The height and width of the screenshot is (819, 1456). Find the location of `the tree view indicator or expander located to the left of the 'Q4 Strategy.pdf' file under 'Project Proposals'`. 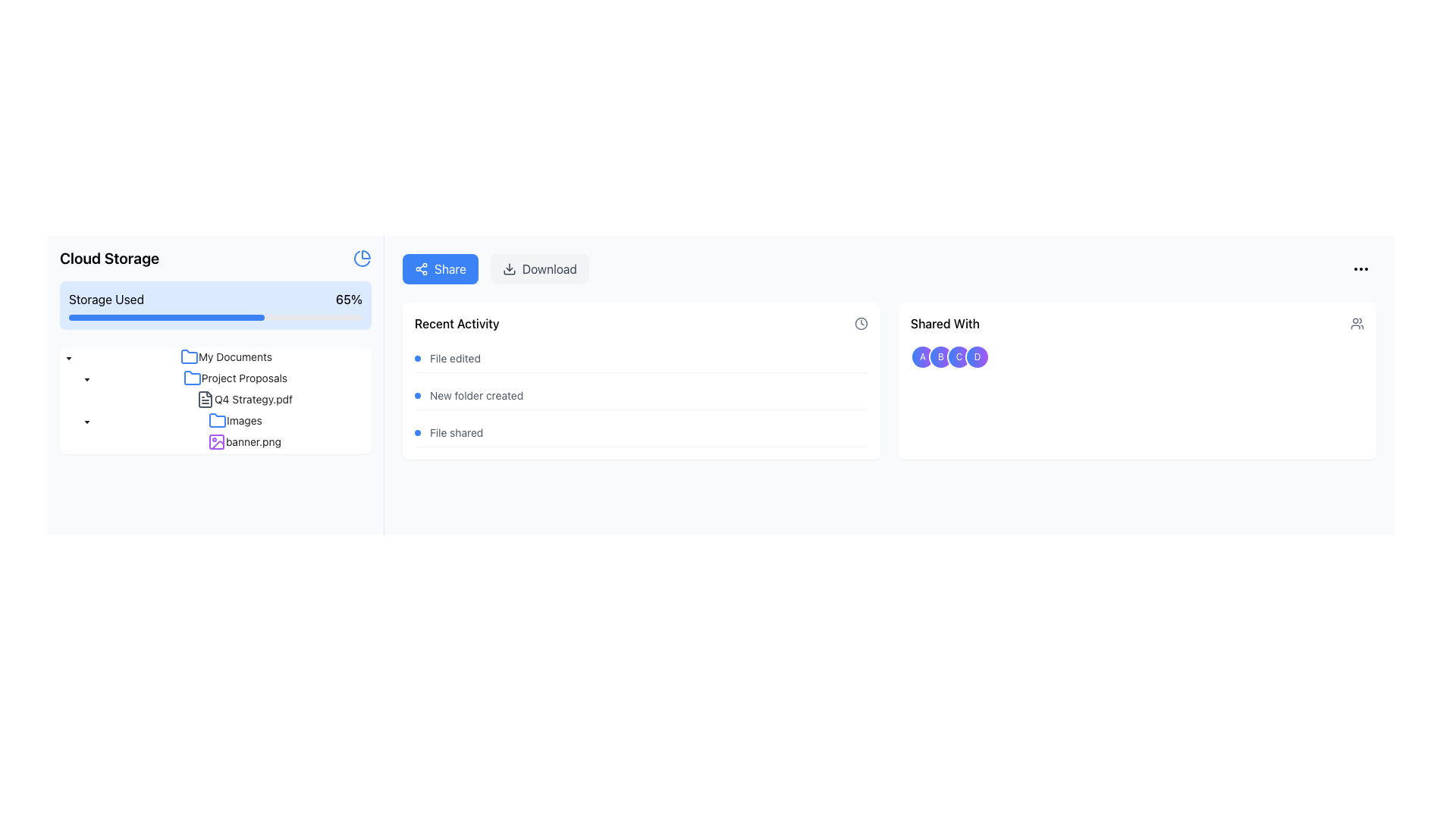

the tree view indicator or expander located to the left of the 'Q4 Strategy.pdf' file under 'Project Proposals' is located at coordinates (105, 399).